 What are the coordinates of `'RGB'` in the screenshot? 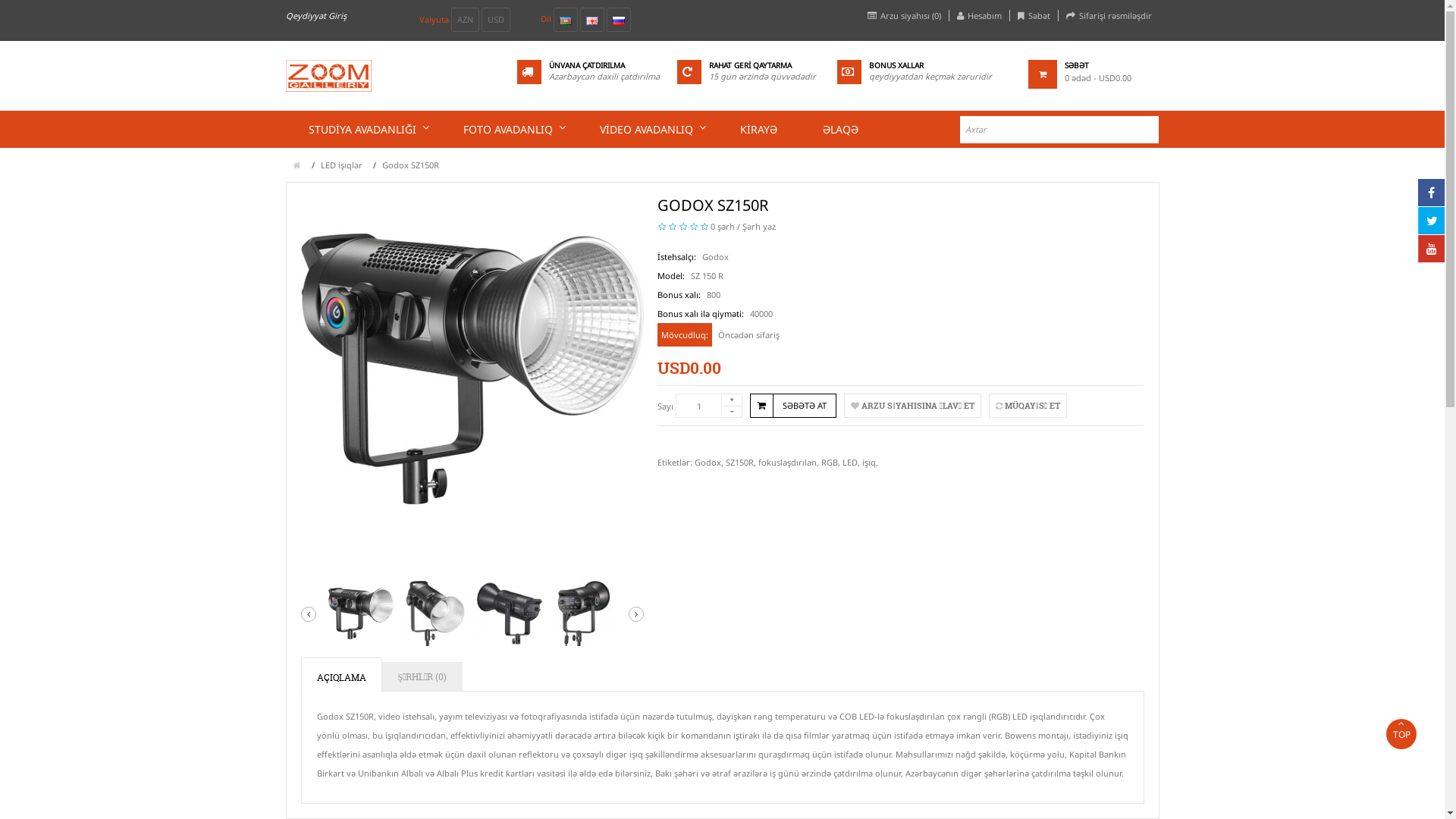 It's located at (829, 461).